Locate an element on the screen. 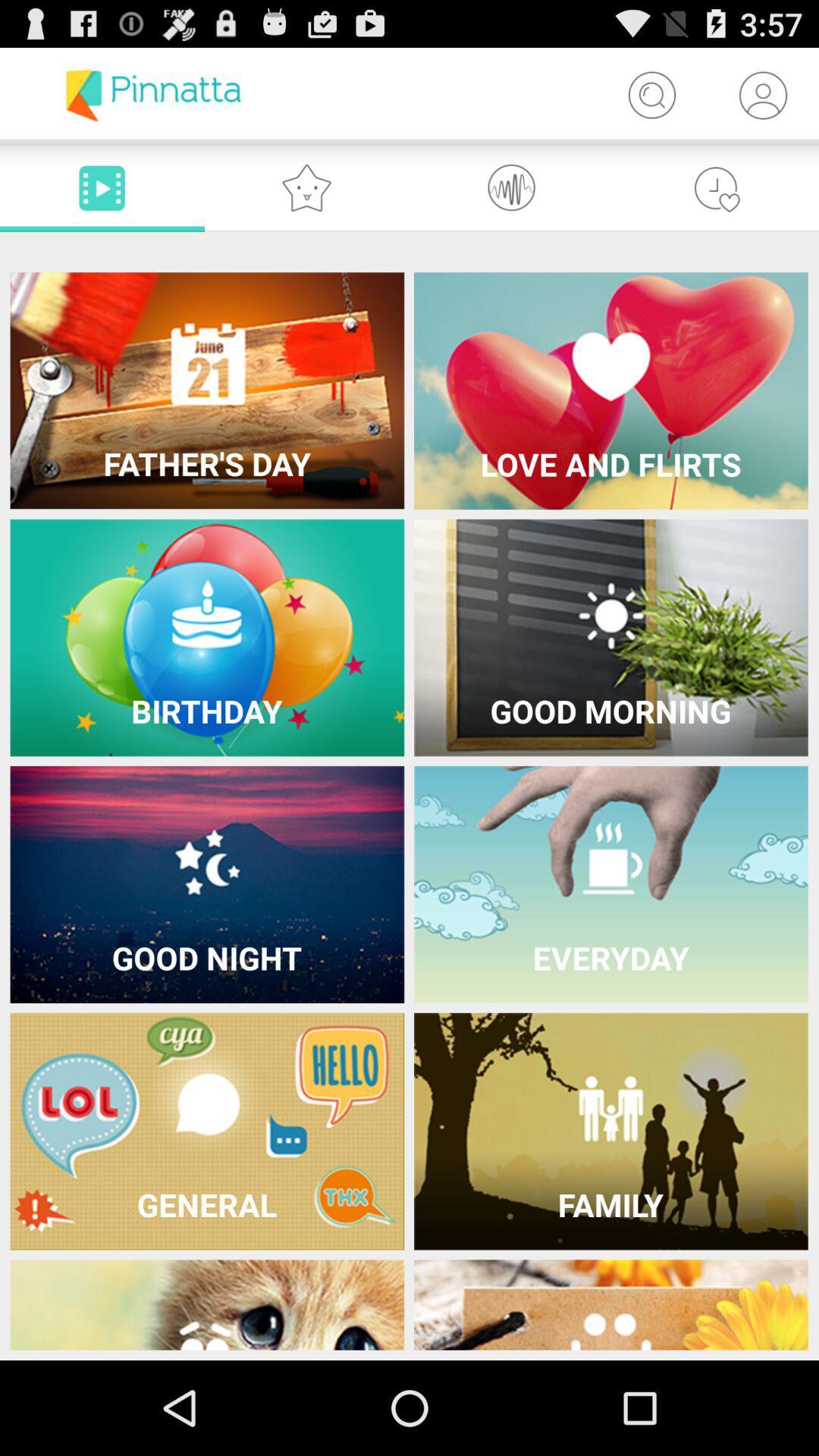 This screenshot has width=819, height=1456. the 2nd image of the 3rd row of the page is located at coordinates (610, 884).